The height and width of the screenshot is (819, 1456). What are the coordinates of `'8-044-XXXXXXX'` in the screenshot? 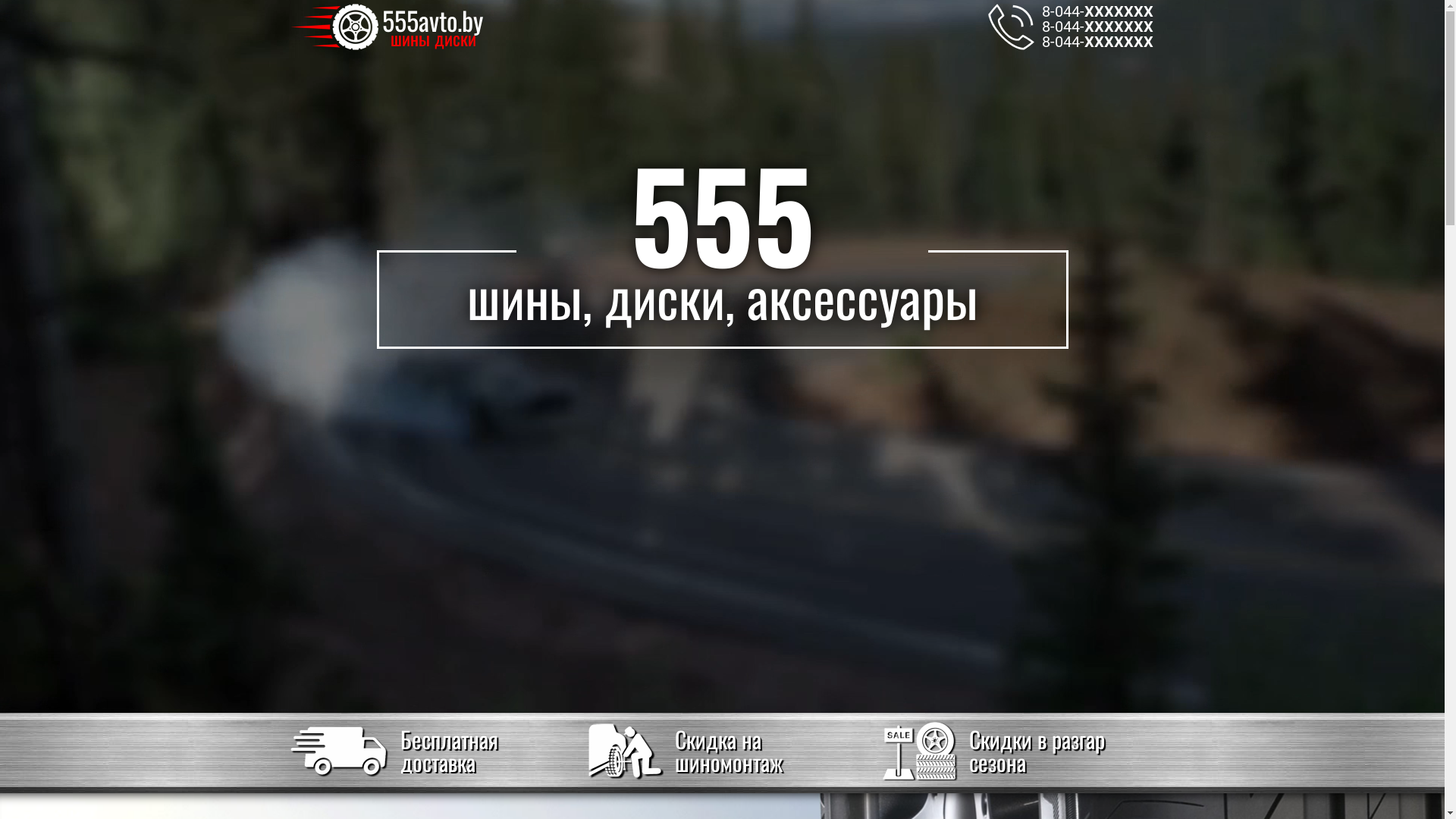 It's located at (1097, 26).